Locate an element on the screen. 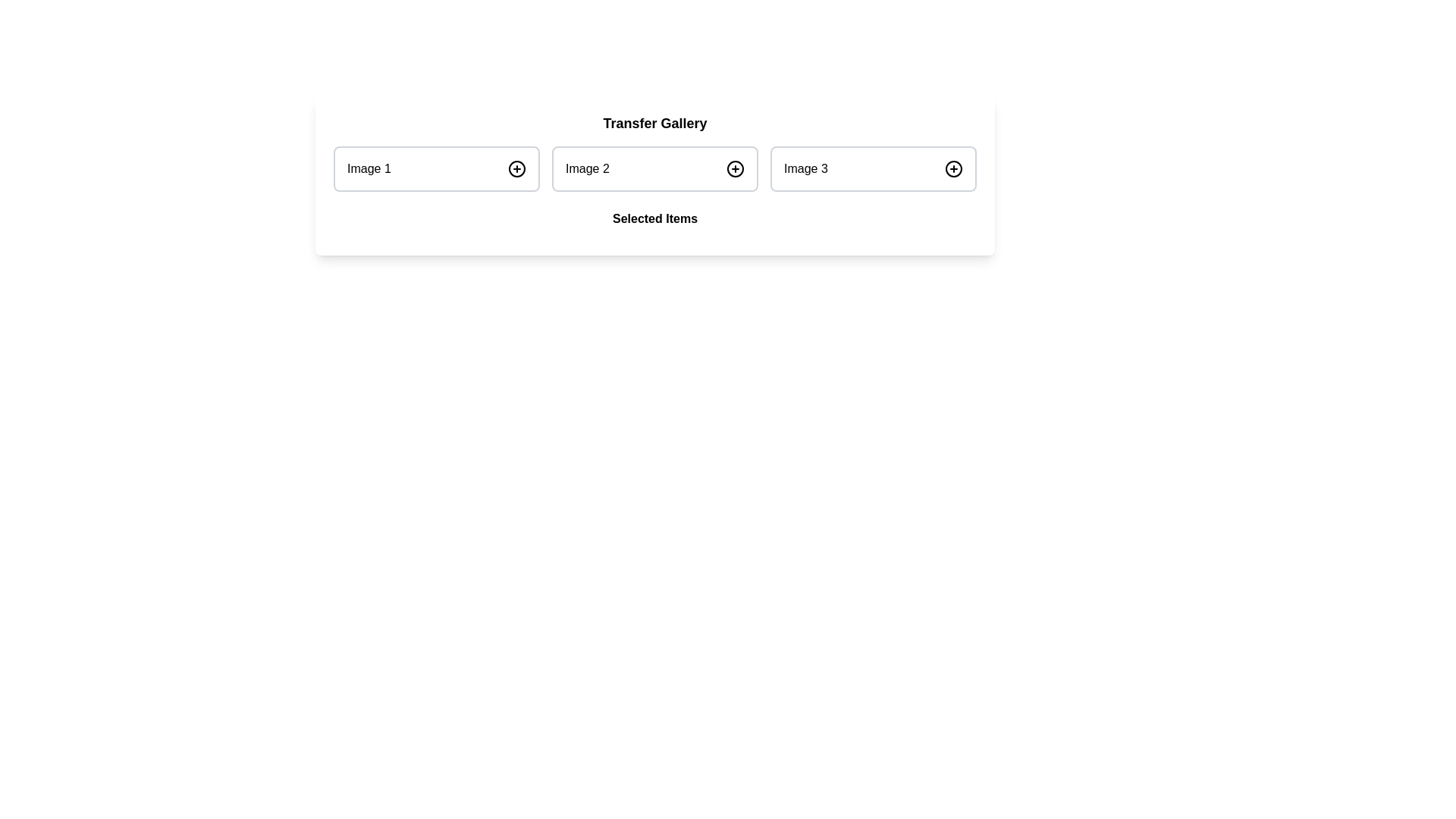 The image size is (1456, 819). the central circle element within the button-like area of 'Image 1' under 'Transfer Gallery' is located at coordinates (516, 169).